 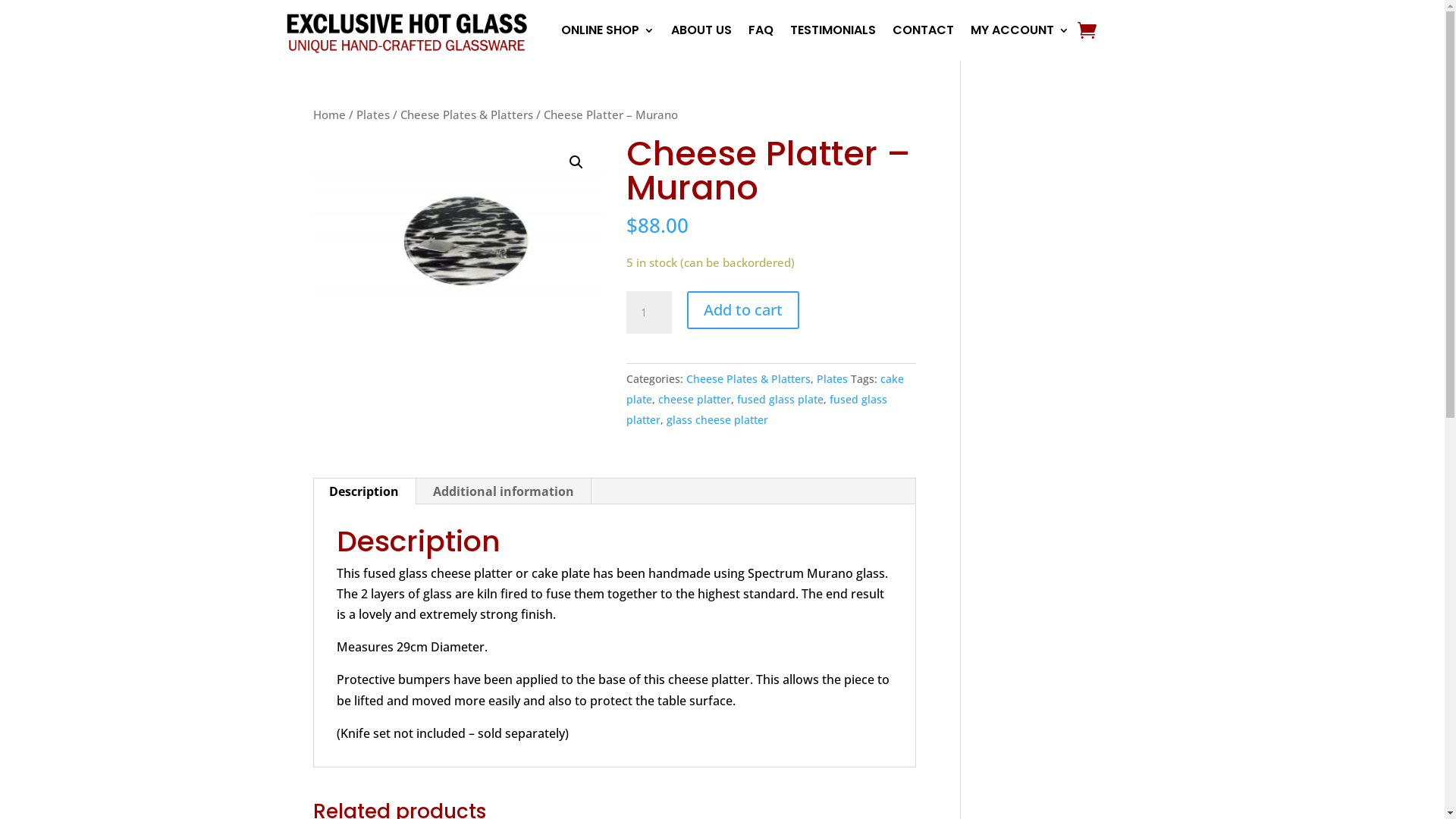 I want to click on 'FAQ', so click(x=748, y=30).